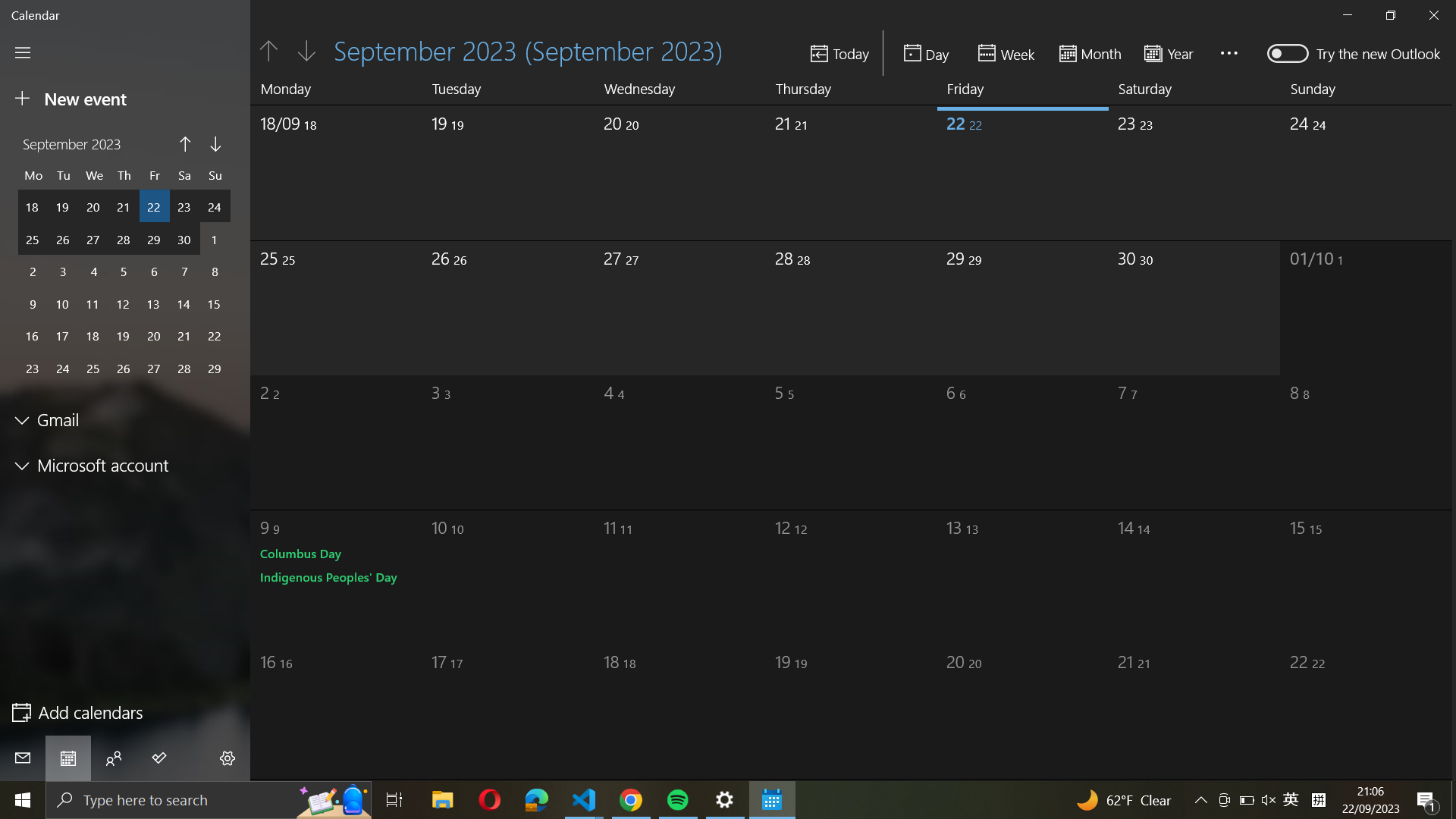 The width and height of the screenshot is (1456, 819). What do you see at coordinates (1001, 571) in the screenshot?
I see `the thirteenth of October on your calendar` at bounding box center [1001, 571].